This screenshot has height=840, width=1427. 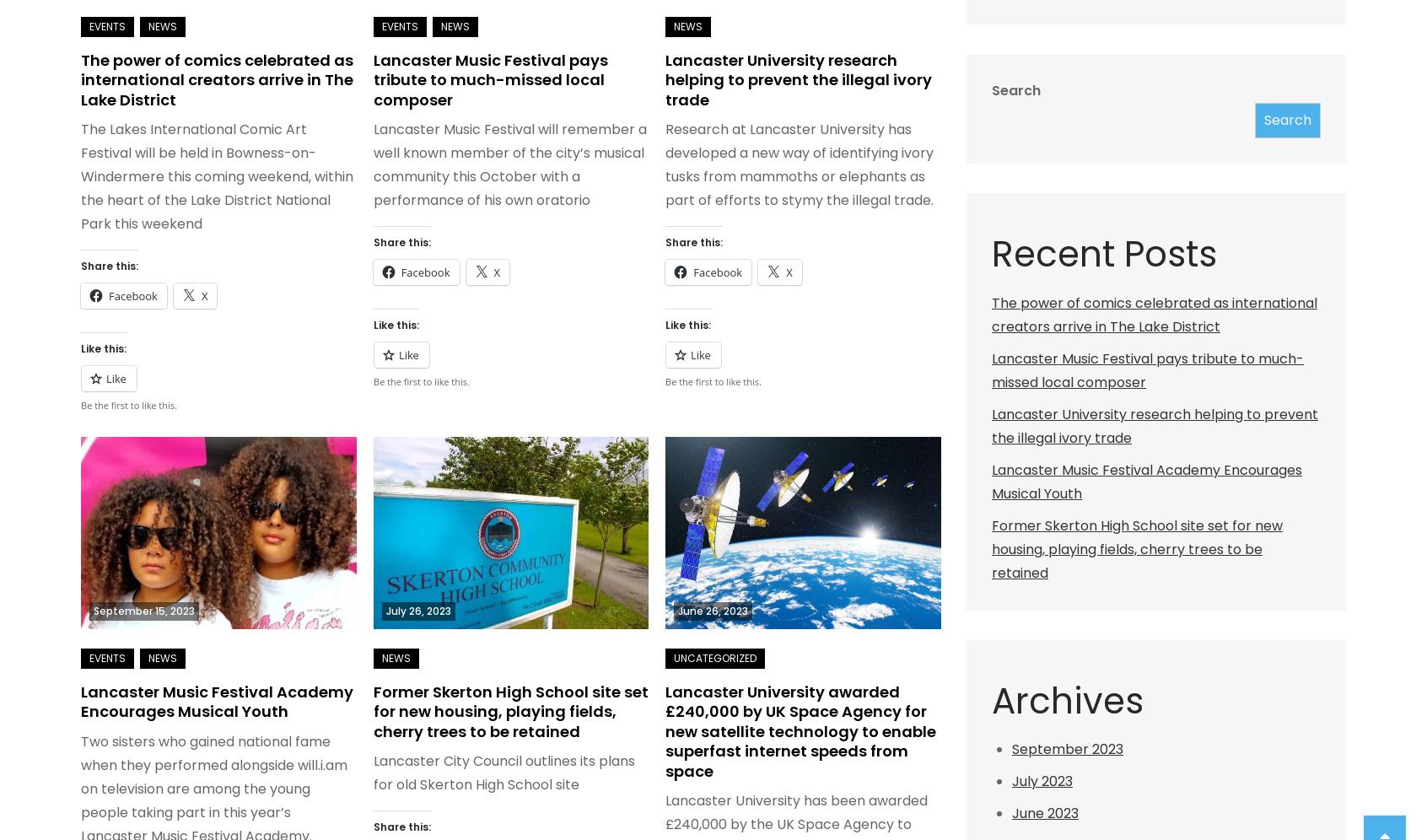 What do you see at coordinates (1067, 748) in the screenshot?
I see `'September 2023'` at bounding box center [1067, 748].